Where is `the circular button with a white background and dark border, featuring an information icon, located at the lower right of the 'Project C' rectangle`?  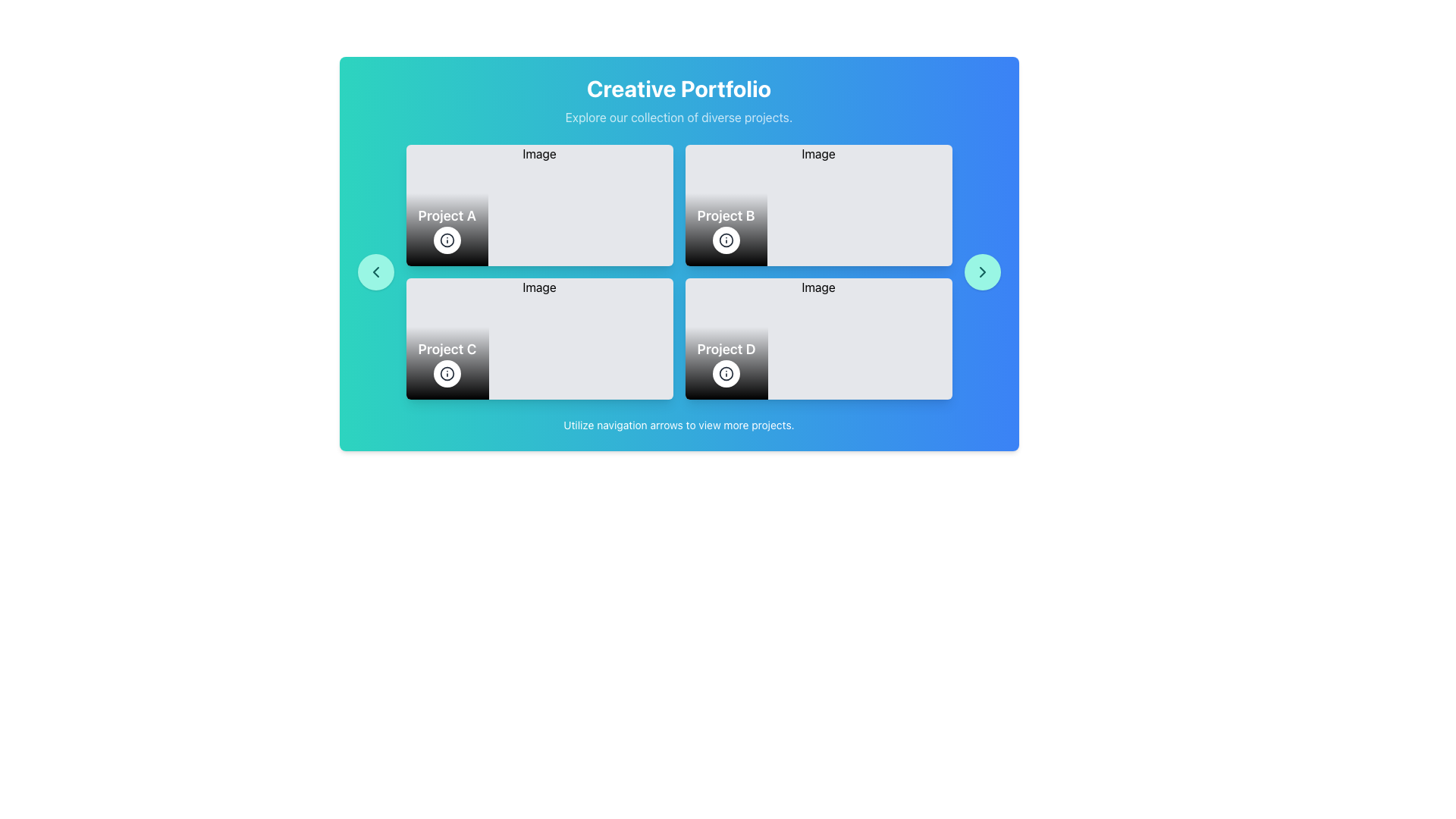 the circular button with a white background and dark border, featuring an information icon, located at the lower right of the 'Project C' rectangle is located at coordinates (447, 374).